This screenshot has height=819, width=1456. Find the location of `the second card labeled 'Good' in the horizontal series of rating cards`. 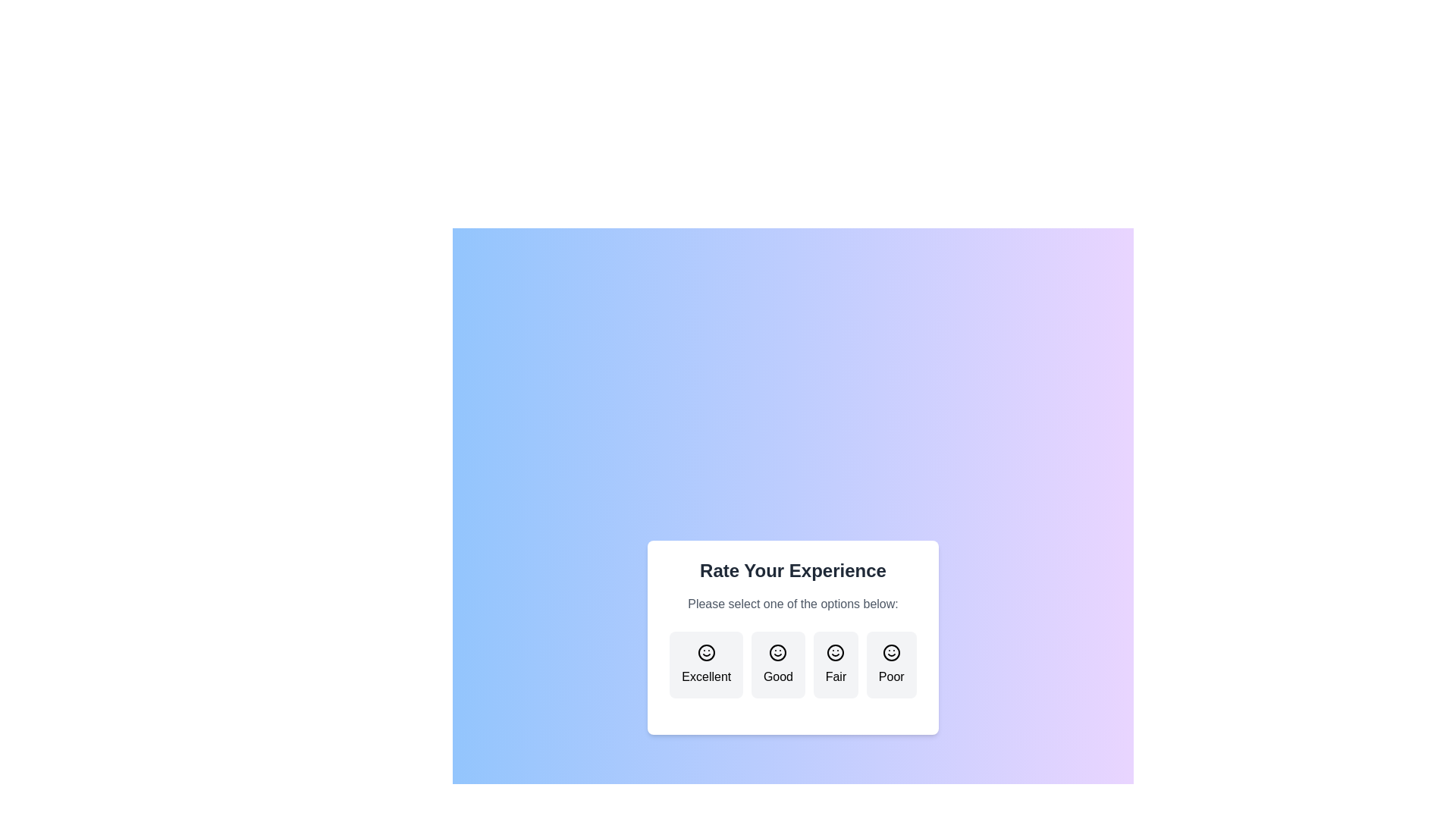

the second card labeled 'Good' in the horizontal series of rating cards is located at coordinates (778, 664).